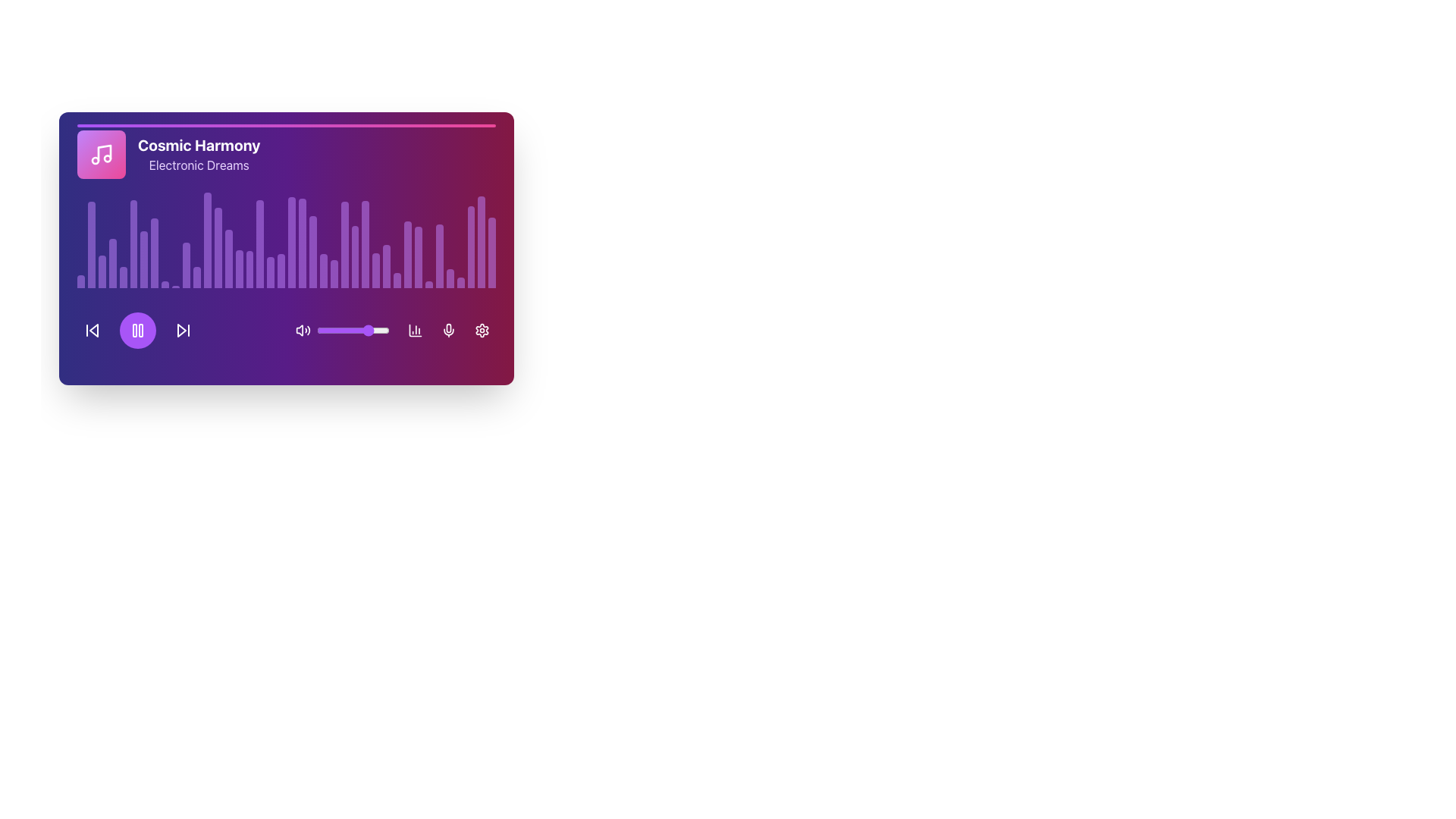 This screenshot has width=1456, height=819. What do you see at coordinates (90, 244) in the screenshot?
I see `the second vertical bar in the graphic equalizer display, which represents audio levels for the song 'Electronic Dreams' in the music player` at bounding box center [90, 244].